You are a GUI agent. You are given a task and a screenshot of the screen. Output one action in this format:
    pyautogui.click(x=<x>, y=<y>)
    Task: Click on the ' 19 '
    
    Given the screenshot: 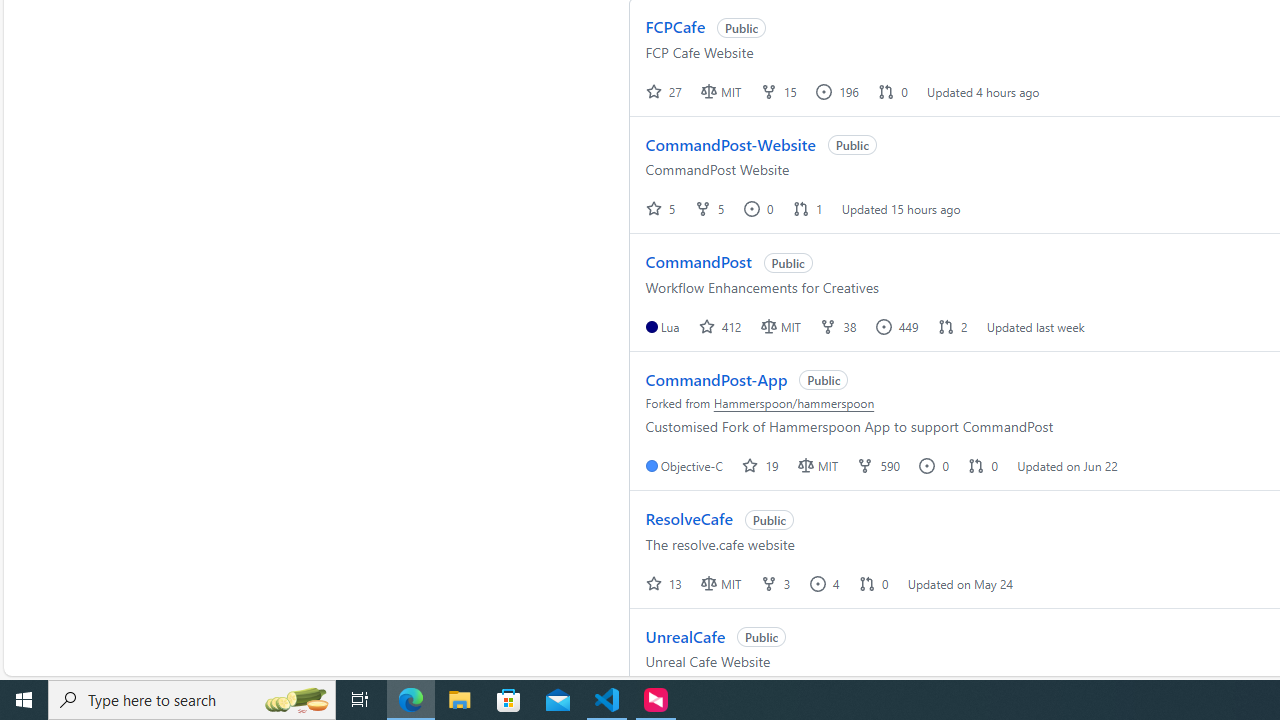 What is the action you would take?
    pyautogui.click(x=761, y=465)
    